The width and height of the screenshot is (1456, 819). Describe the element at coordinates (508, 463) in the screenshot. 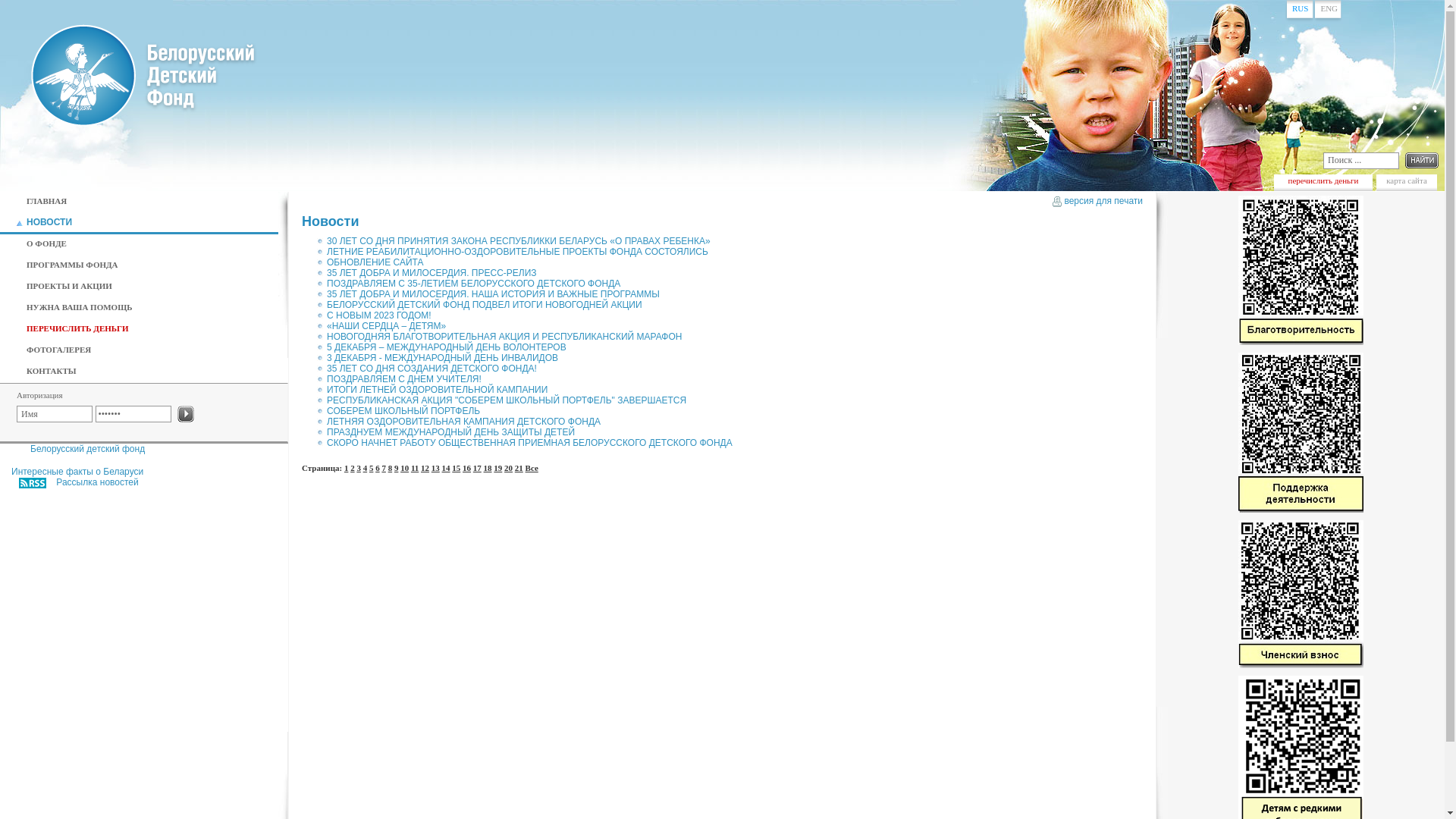

I see `'20'` at that location.